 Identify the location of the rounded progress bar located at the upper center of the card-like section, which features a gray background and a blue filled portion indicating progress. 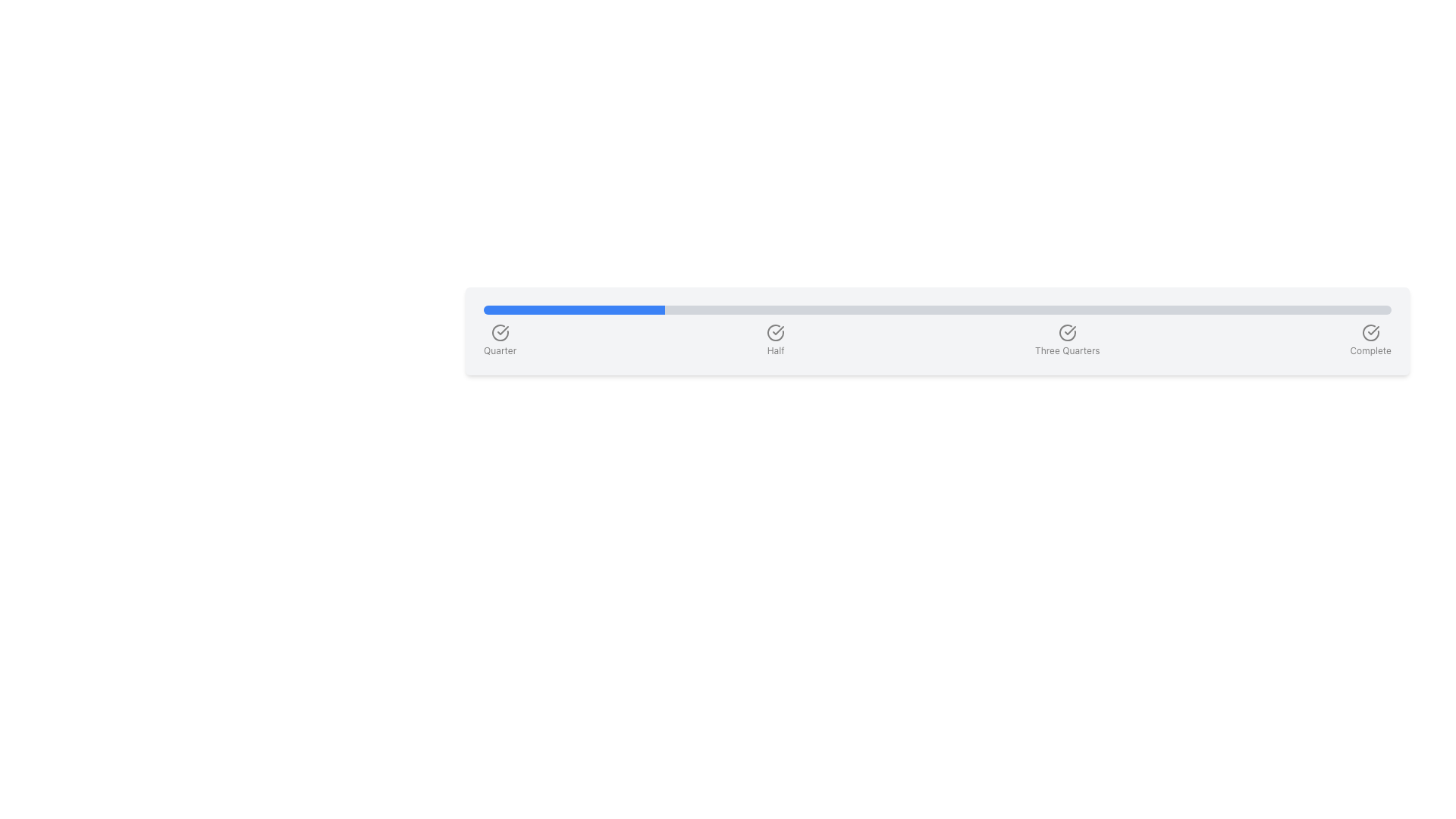
(937, 309).